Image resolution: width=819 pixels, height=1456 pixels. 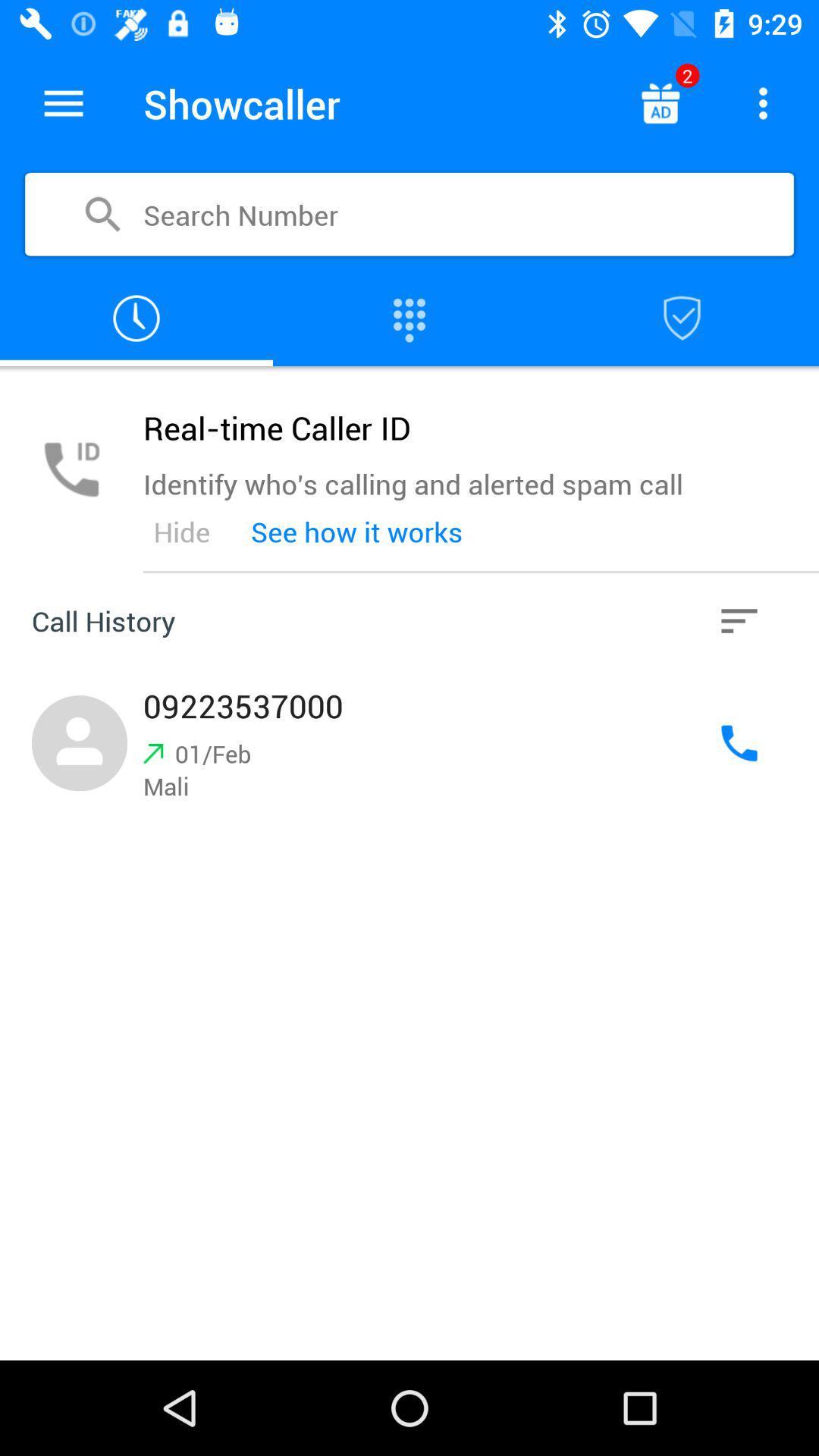 I want to click on open options, so click(x=763, y=102).